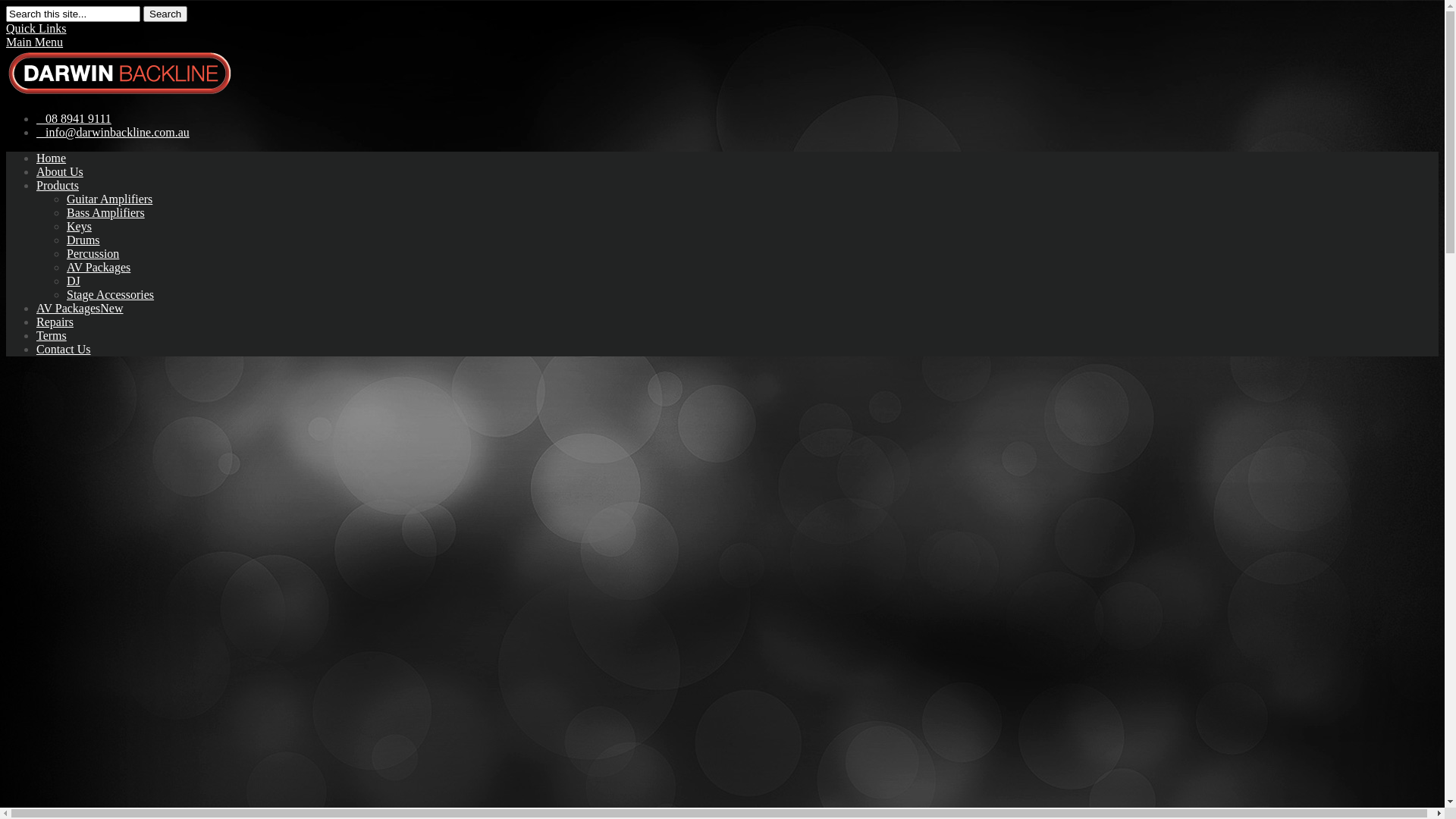 The image size is (1456, 819). I want to click on 'Percussion', so click(92, 253).